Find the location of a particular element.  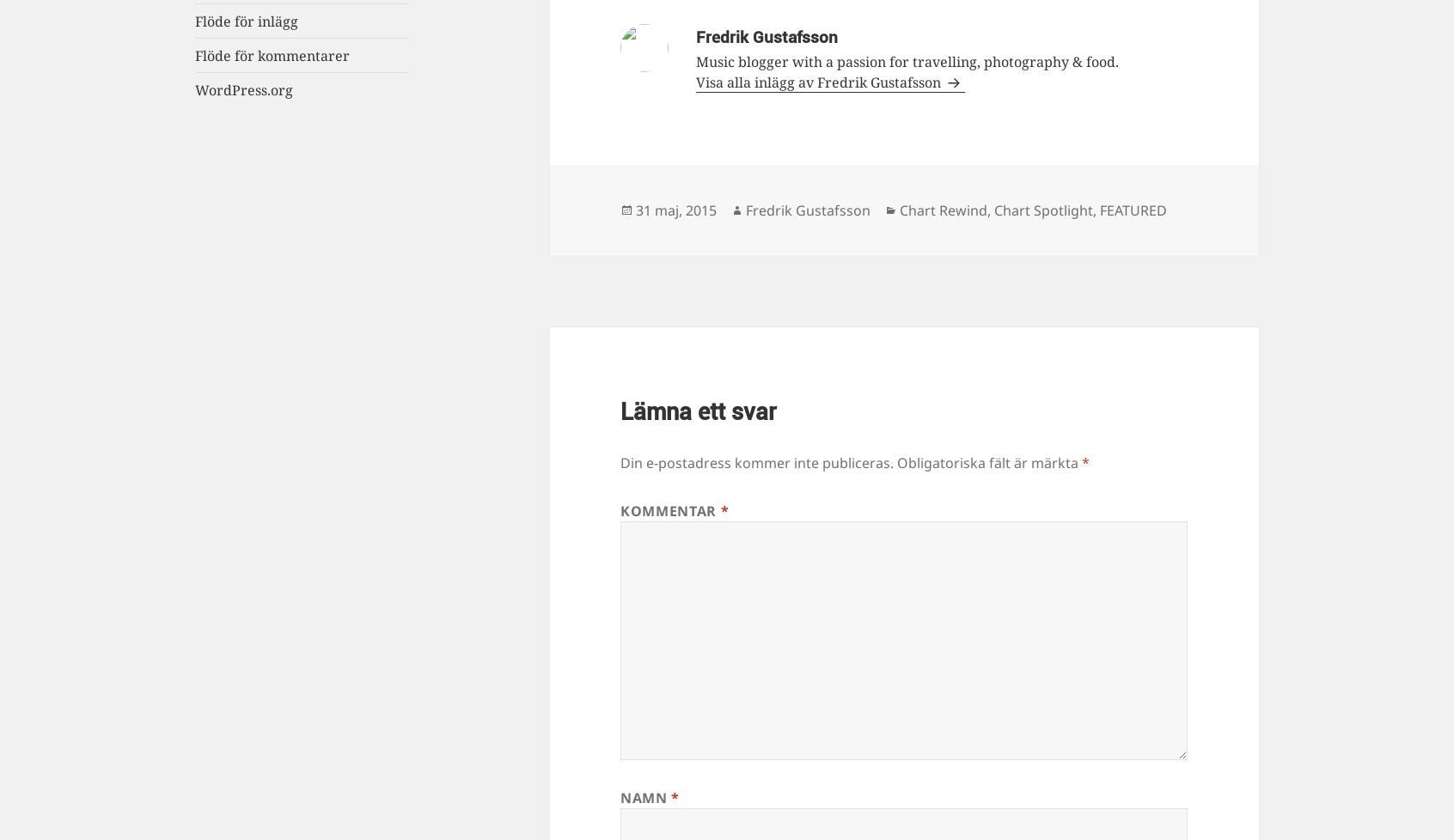

'Visa alla inlägg av Fredrik Gustafsson' is located at coordinates (820, 82).